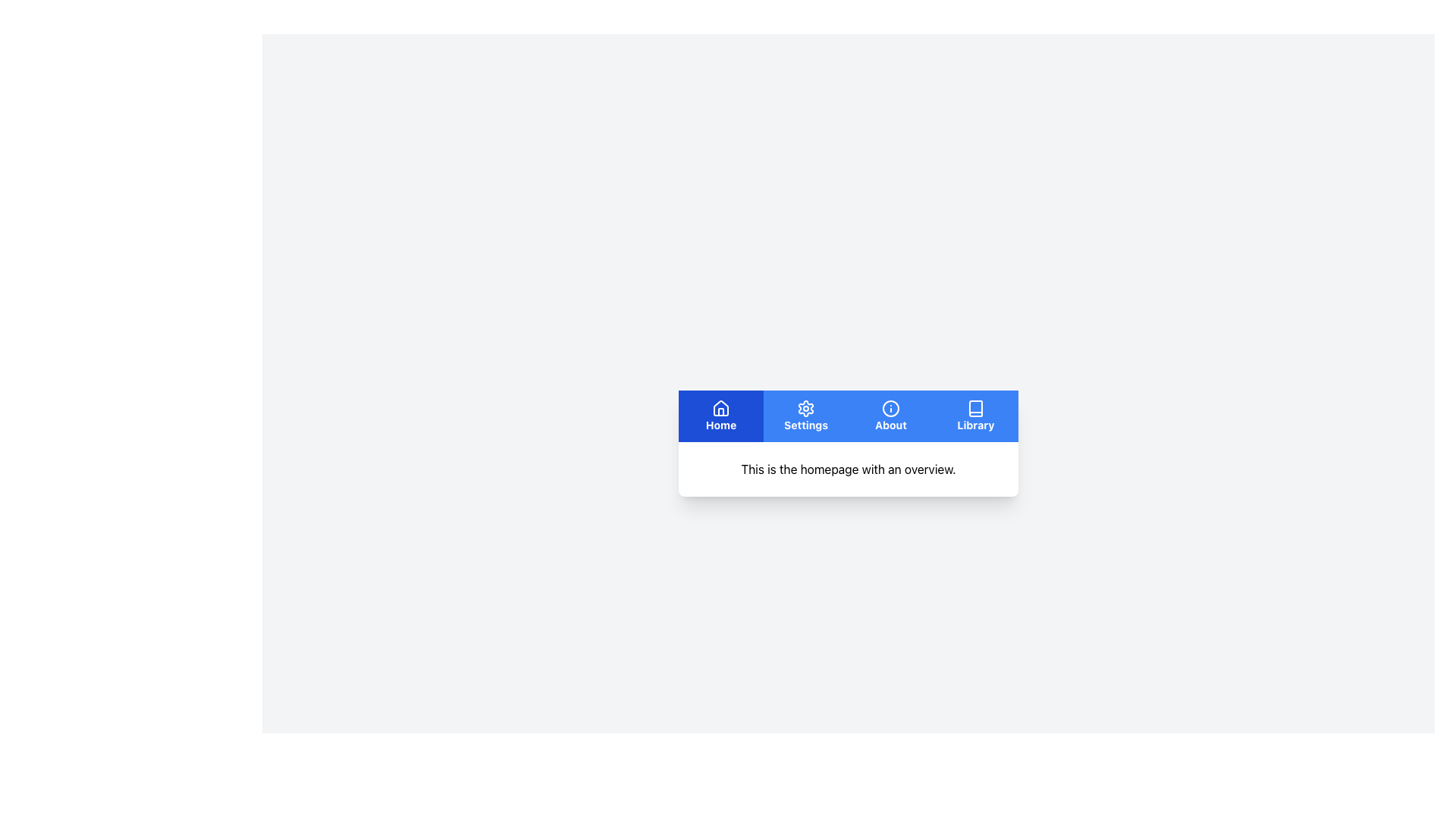 This screenshot has width=1456, height=819. Describe the element at coordinates (720, 406) in the screenshot. I see `the 'Home' icon located in the navigation bar at the top of the interface` at that location.